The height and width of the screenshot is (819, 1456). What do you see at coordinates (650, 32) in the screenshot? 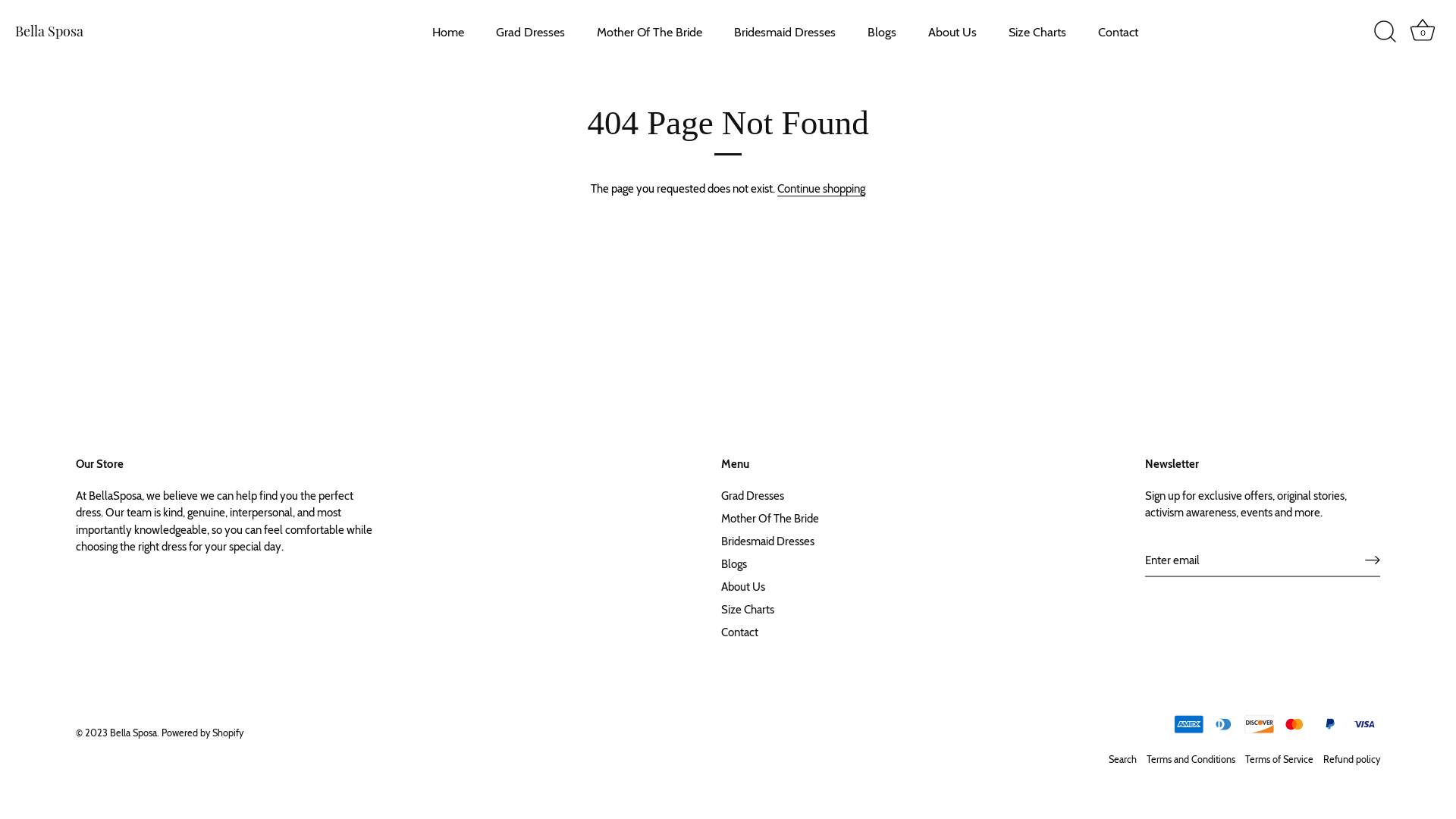
I see `'Mother Of The Bride'` at bounding box center [650, 32].